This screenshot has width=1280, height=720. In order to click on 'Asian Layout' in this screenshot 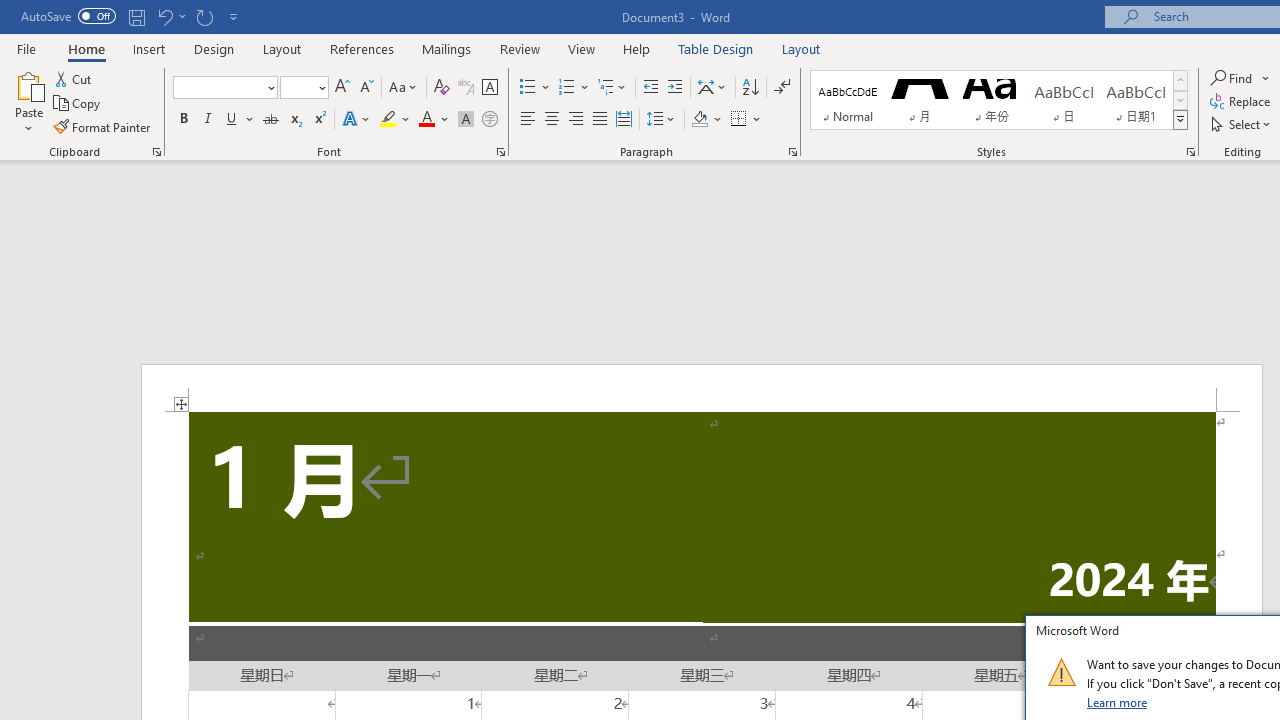, I will do `click(712, 86)`.